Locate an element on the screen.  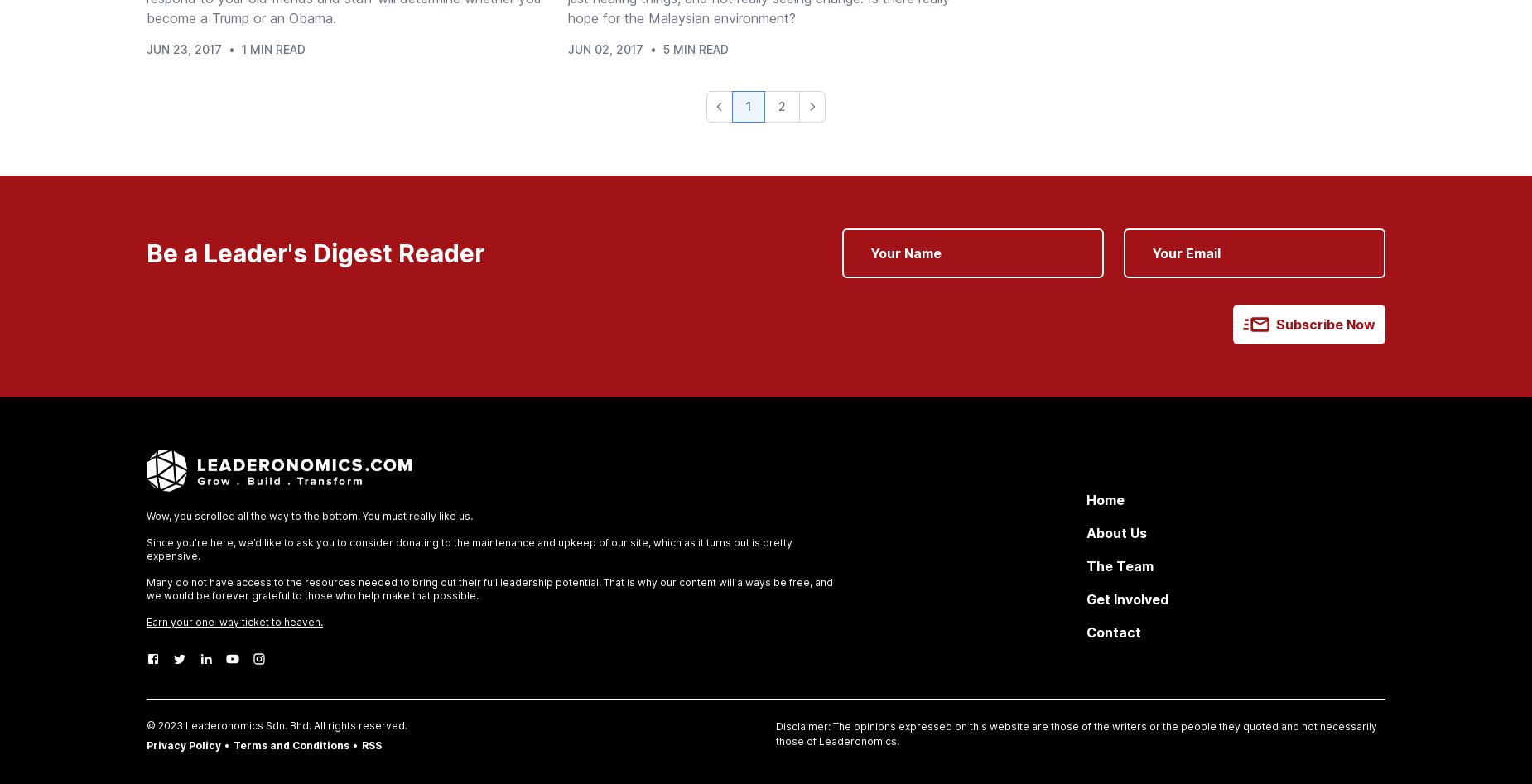
'Terms and Conditions' is located at coordinates (291, 744).